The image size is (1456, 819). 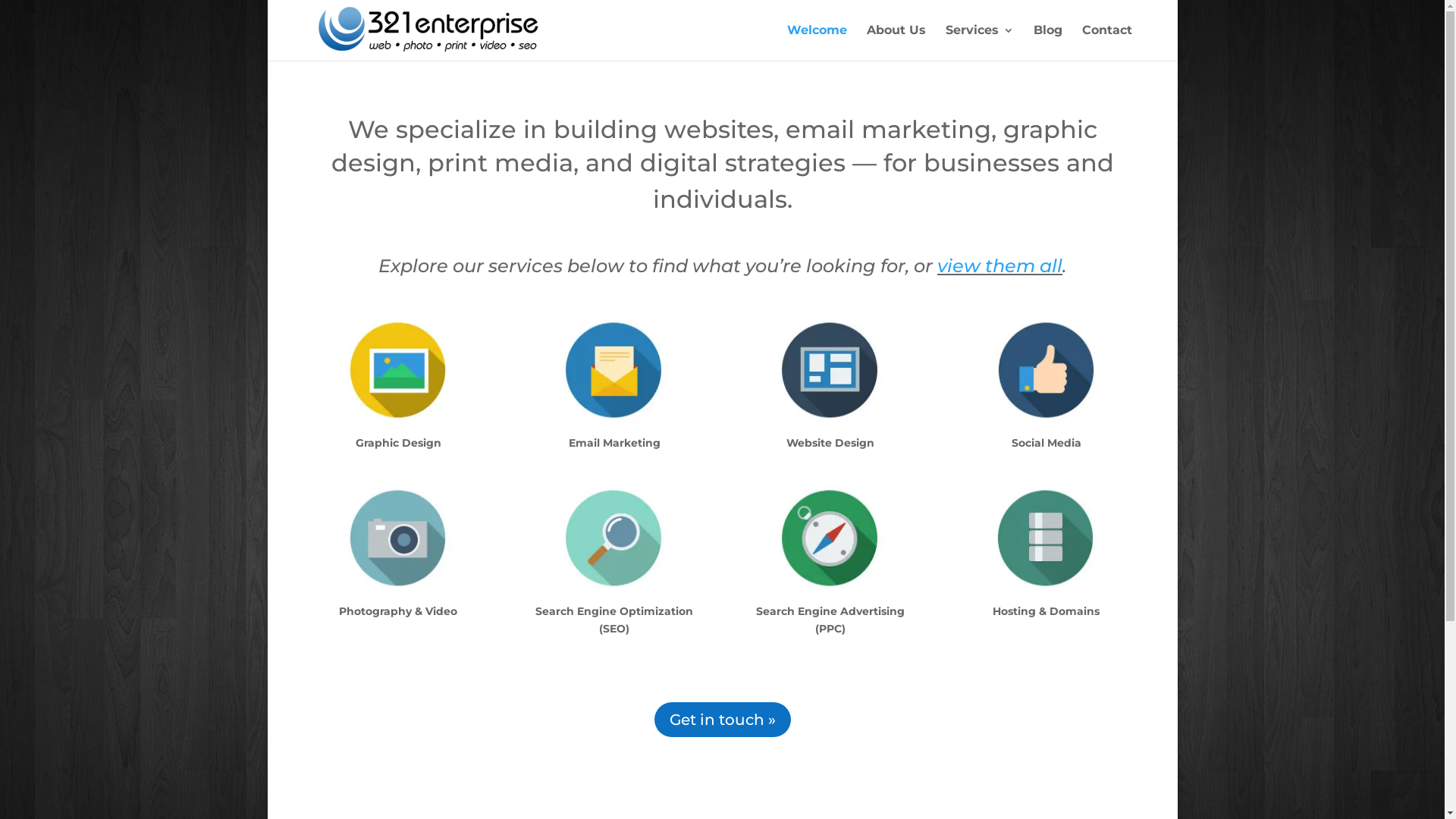 What do you see at coordinates (397, 537) in the screenshot?
I see `'camera-tout'` at bounding box center [397, 537].